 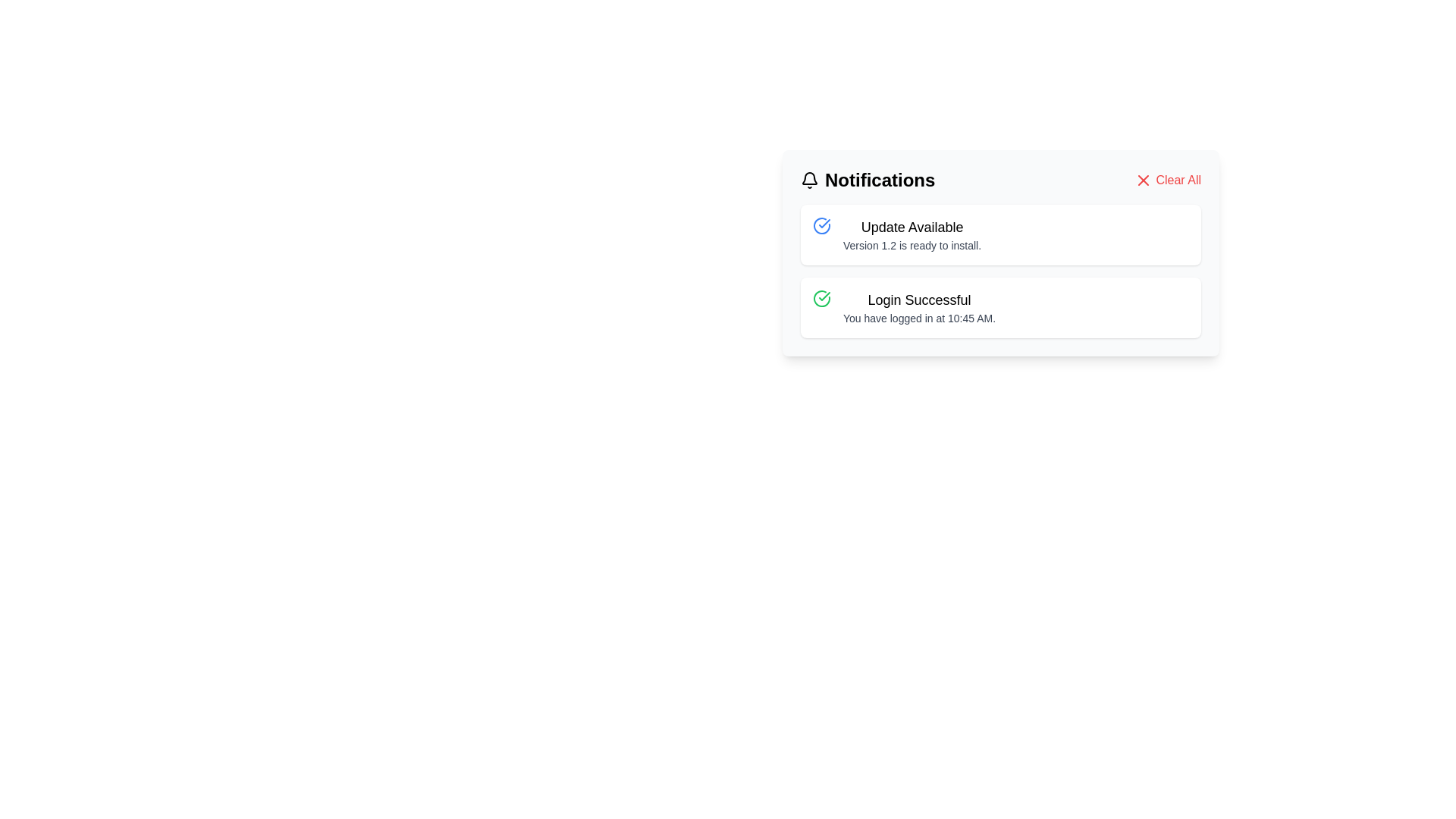 What do you see at coordinates (1167, 180) in the screenshot?
I see `the clear notifications button located on the far-right side of the Notifications section header, adjacent to the 'Notifications' title` at bounding box center [1167, 180].